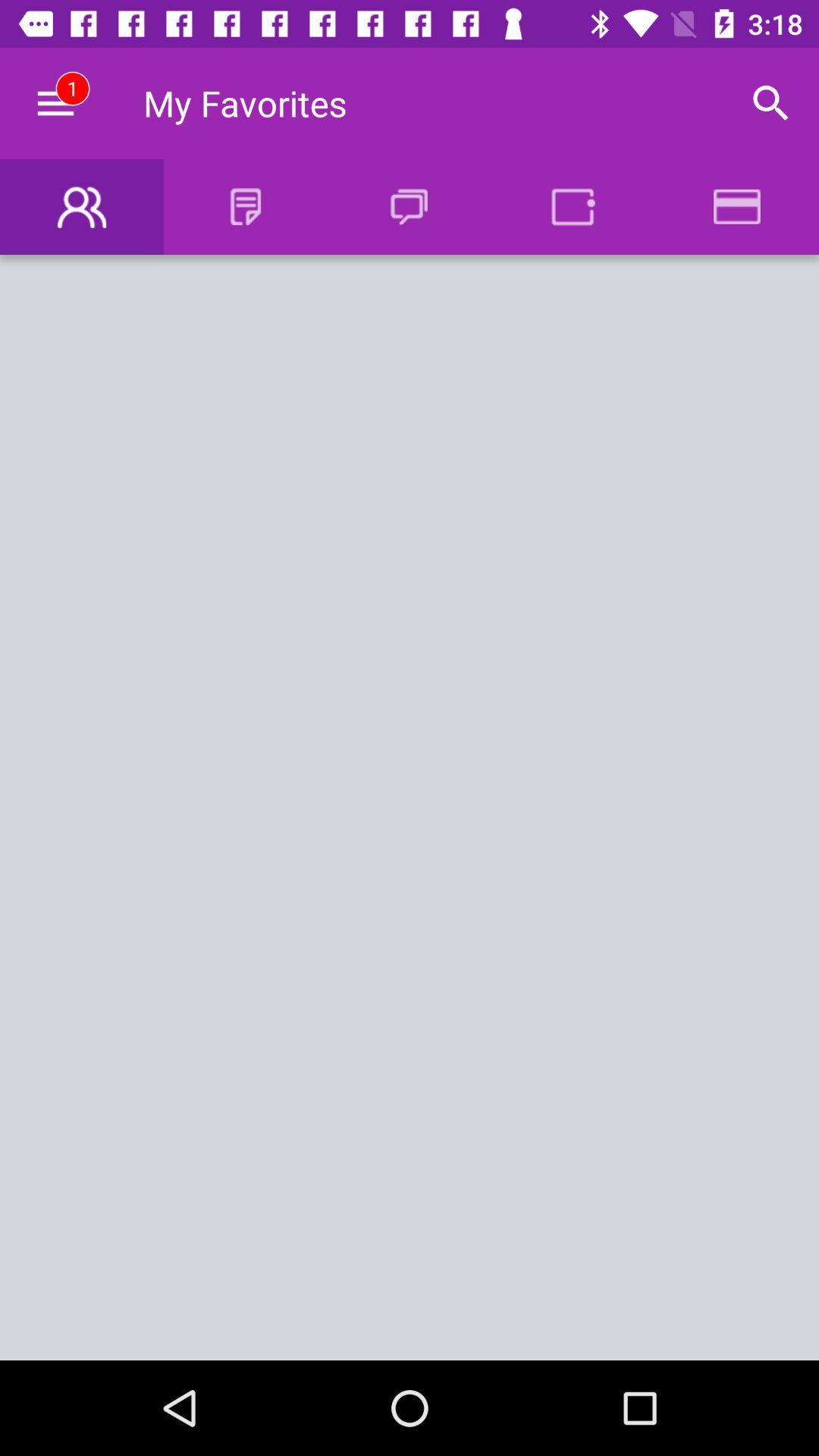 The width and height of the screenshot is (819, 1456). I want to click on icon to the left of the my favorites, so click(55, 102).